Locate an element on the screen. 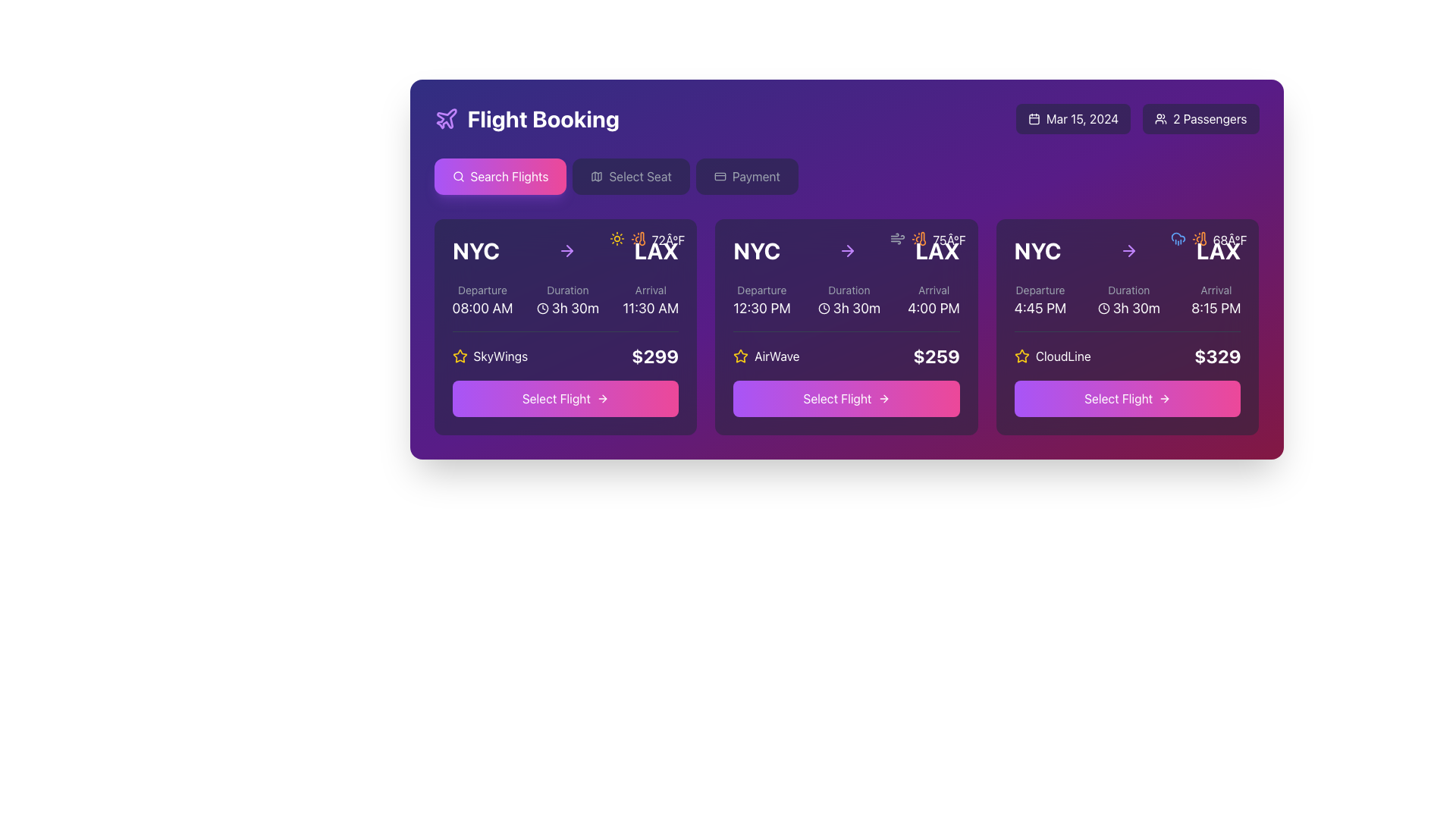 The width and height of the screenshot is (1456, 819). the star icon that indicates a noteworthy flight option, located in the last card of the third column, to the left of the 'CloudLine' text is located at coordinates (1021, 356).